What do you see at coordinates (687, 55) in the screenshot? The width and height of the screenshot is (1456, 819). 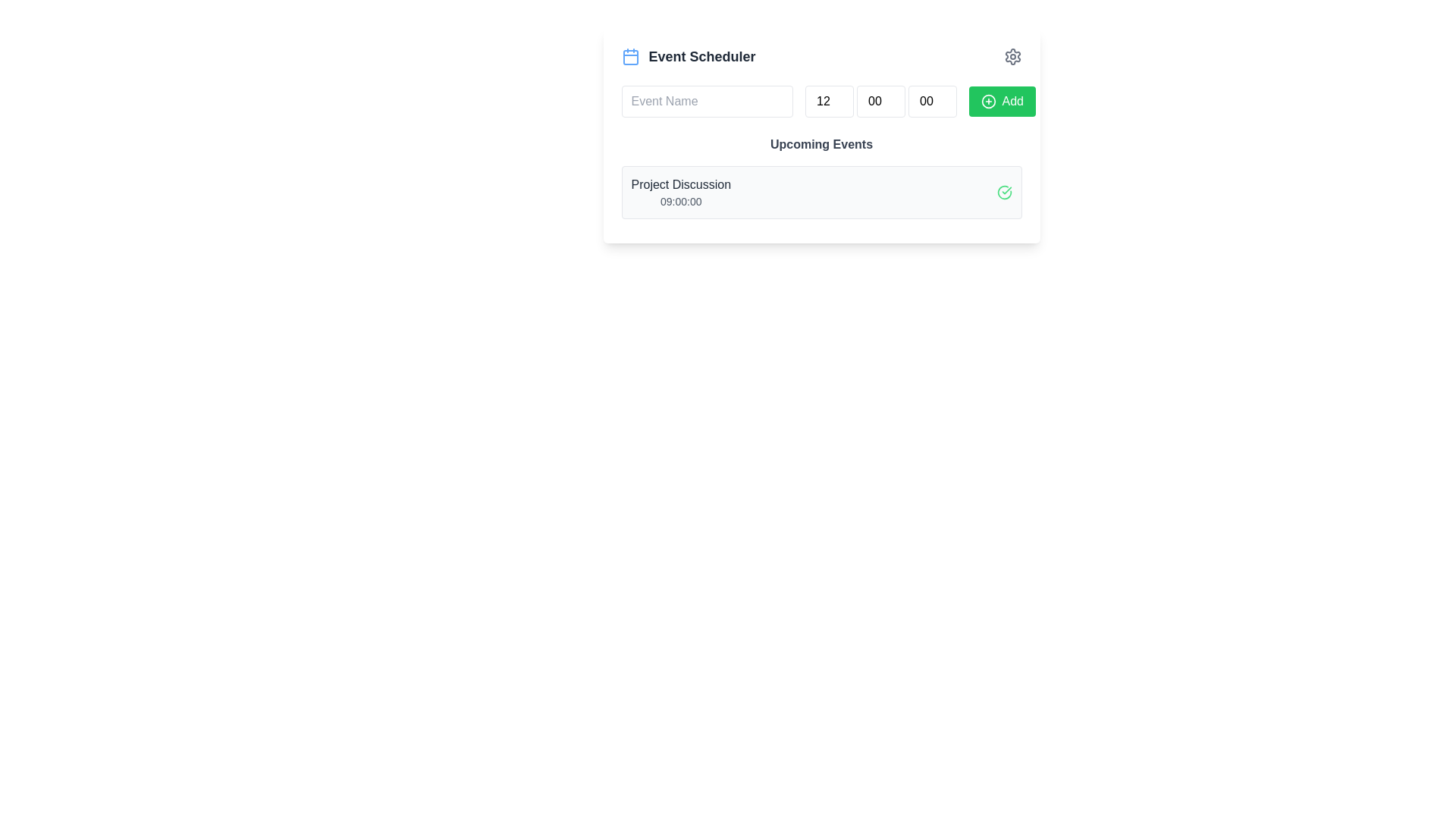 I see `the section heading element that includes a blue outlined calendar icon and the bold text 'Event Scheduler'` at bounding box center [687, 55].